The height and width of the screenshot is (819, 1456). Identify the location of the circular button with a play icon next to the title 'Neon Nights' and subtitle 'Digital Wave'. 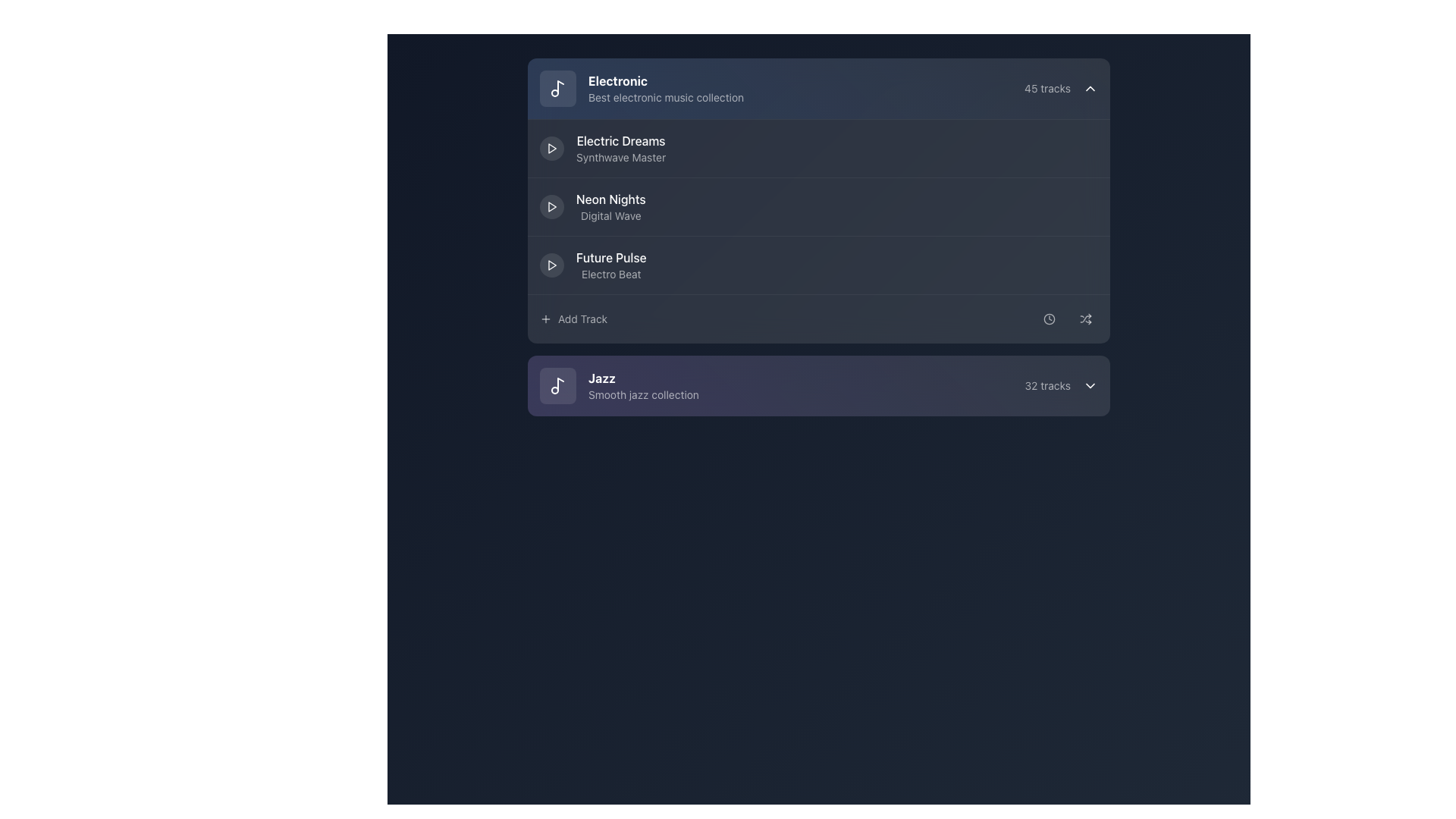
(591, 207).